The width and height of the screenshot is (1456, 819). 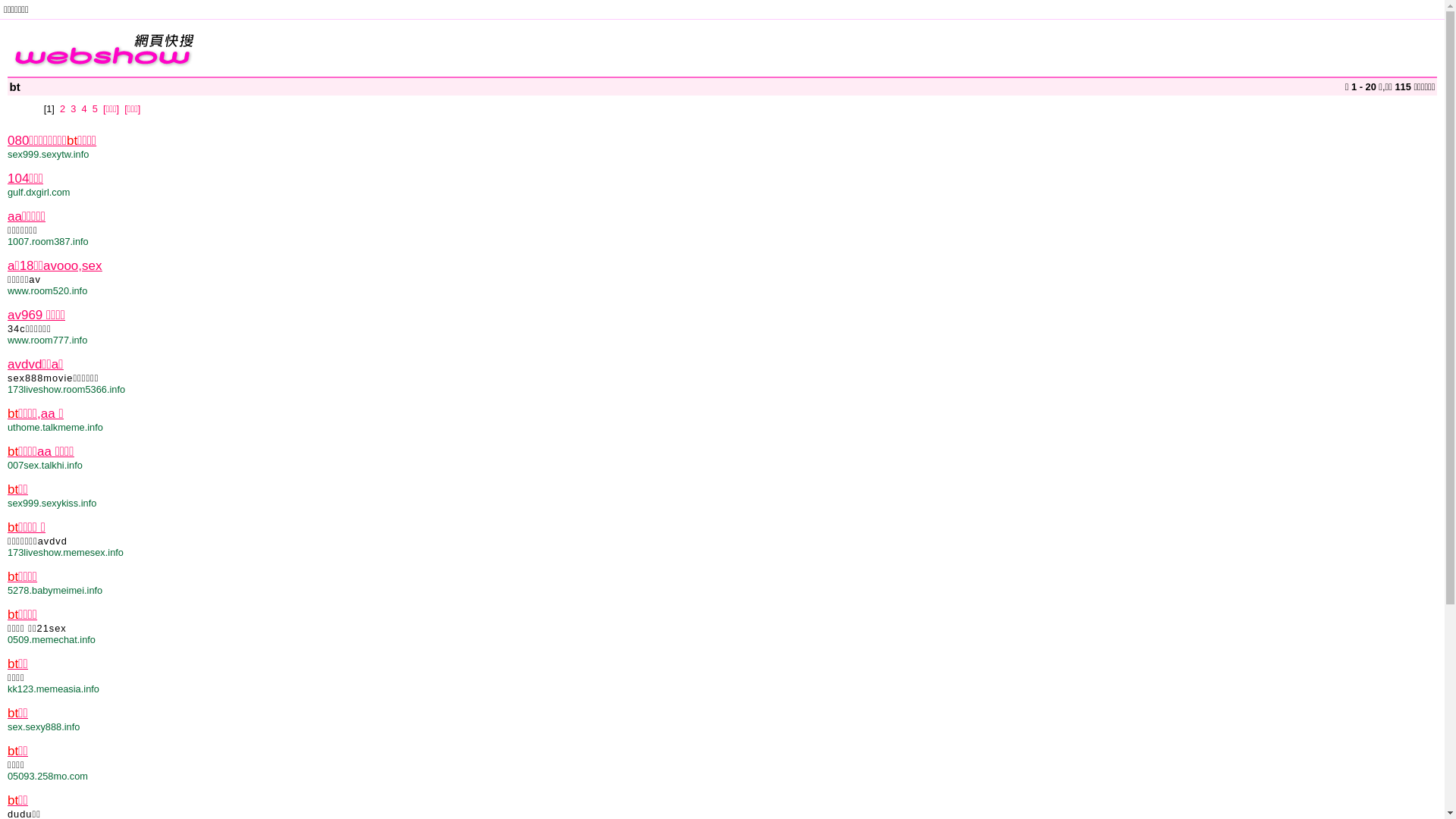 What do you see at coordinates (91, 108) in the screenshot?
I see `'5'` at bounding box center [91, 108].